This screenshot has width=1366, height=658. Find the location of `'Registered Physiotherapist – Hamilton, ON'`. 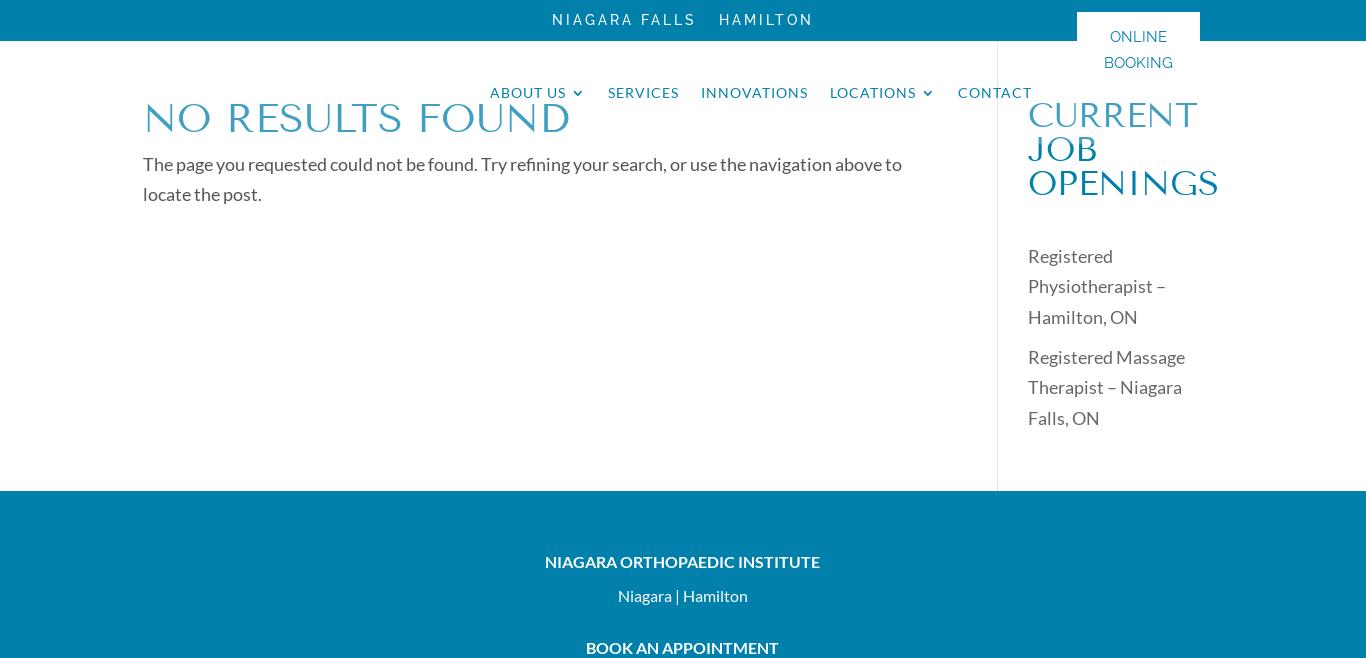

'Registered Physiotherapist – Hamilton, ON' is located at coordinates (1025, 286).